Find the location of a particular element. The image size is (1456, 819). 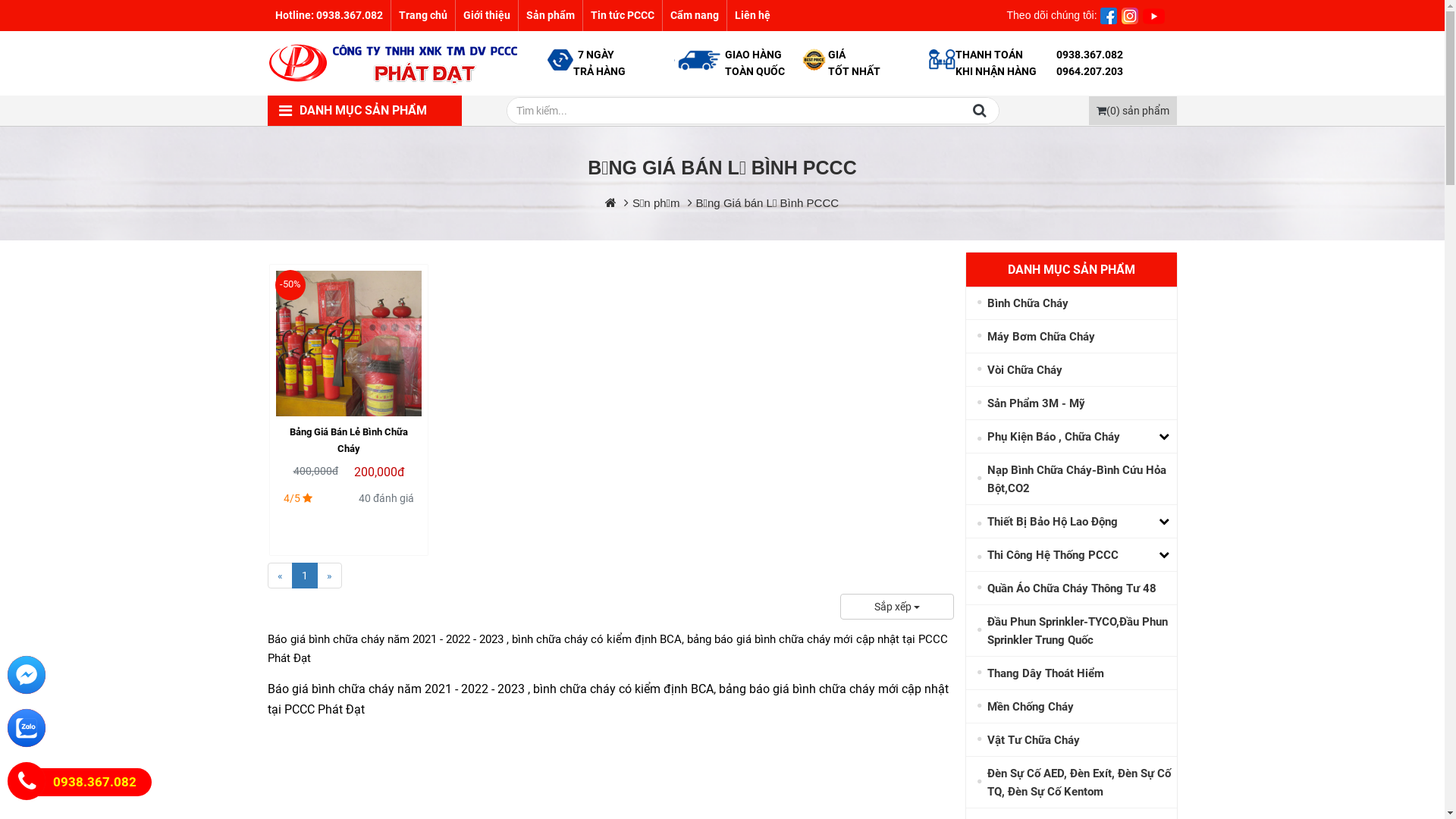

' ' is located at coordinates (1099, 14).